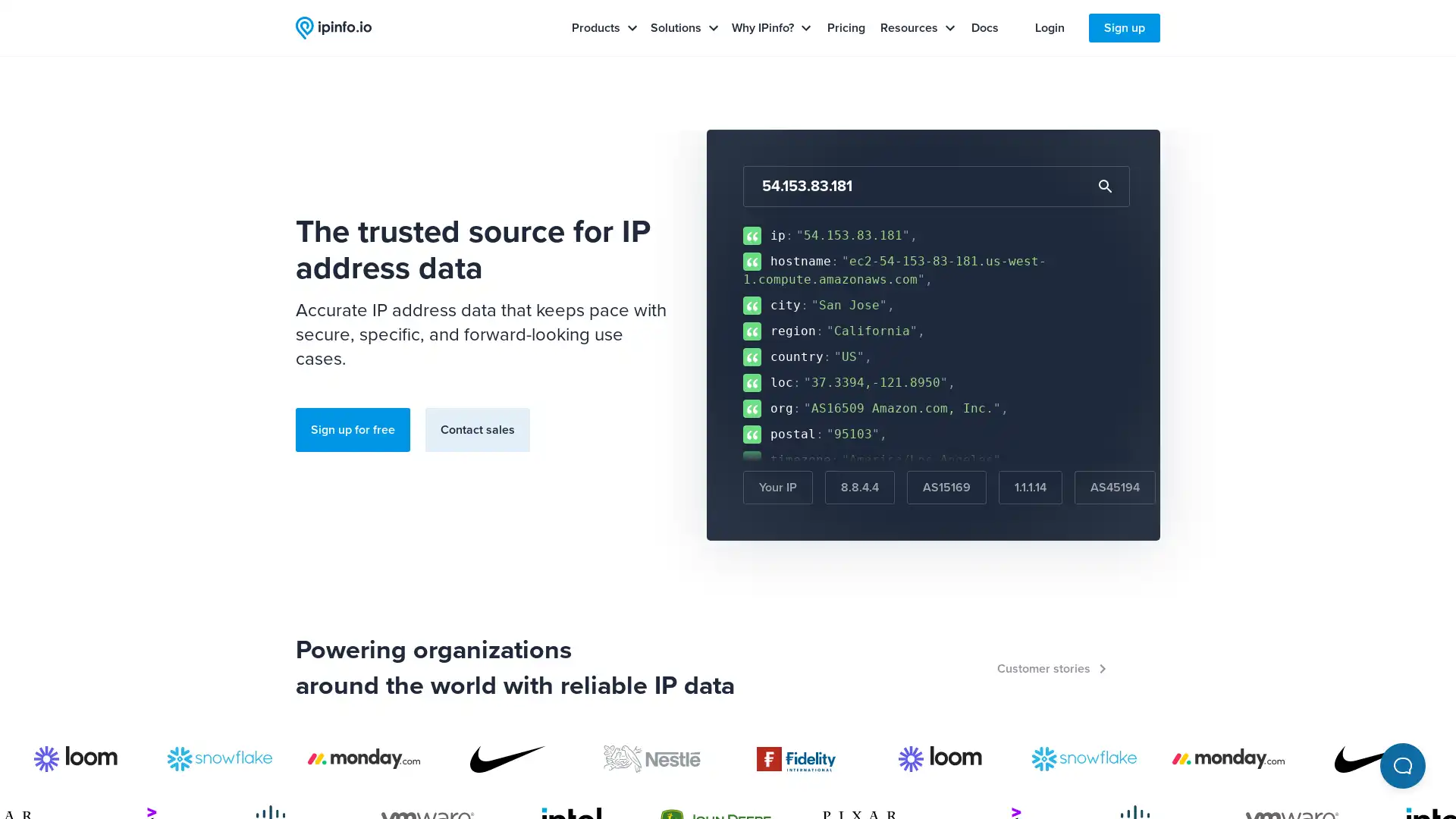 This screenshot has width=1456, height=819. Describe the element at coordinates (1215, 488) in the screenshot. I see `68.87.41.40` at that location.